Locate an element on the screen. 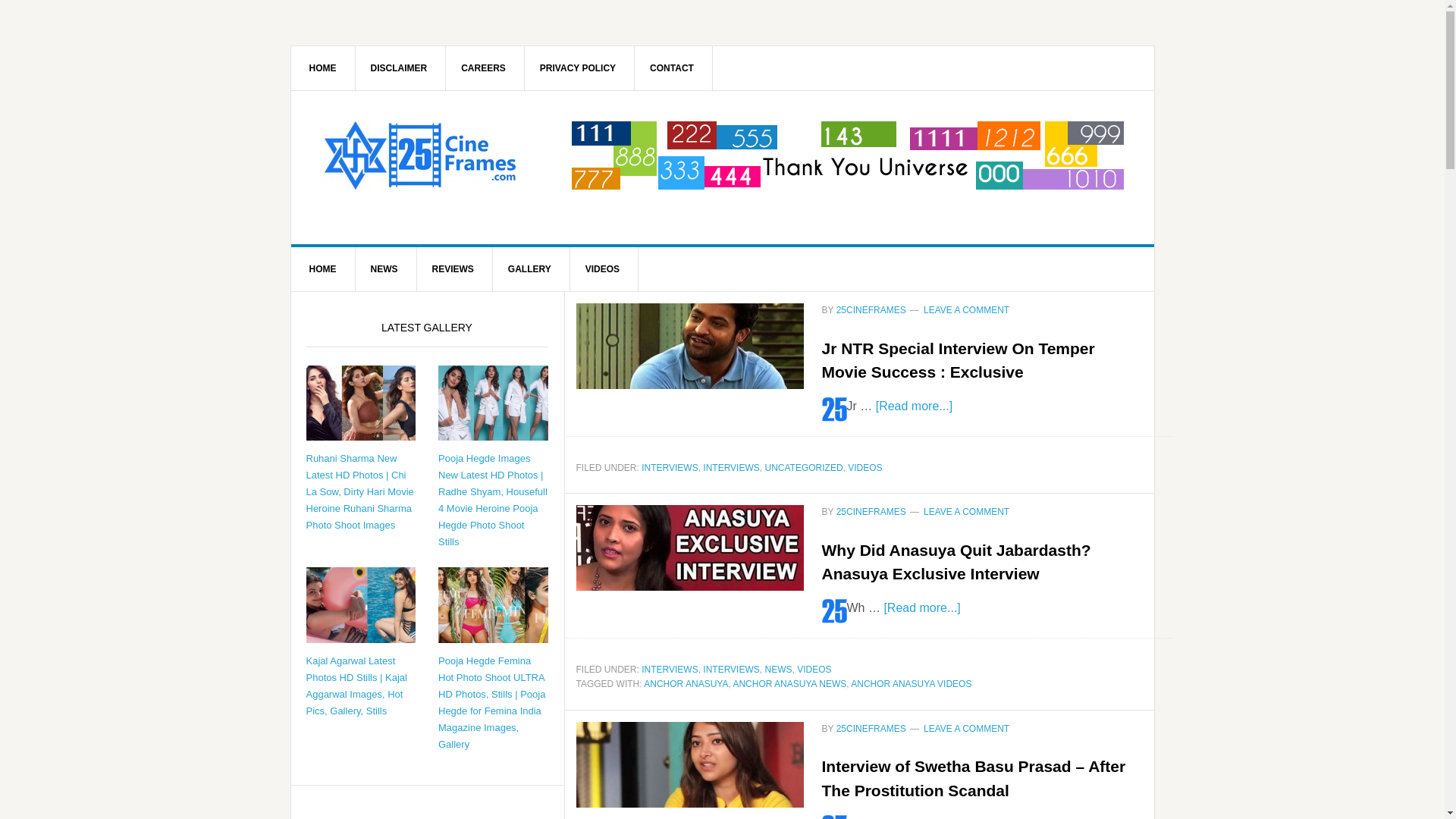 The height and width of the screenshot is (819, 1456). 'NEWS' is located at coordinates (351, 268).